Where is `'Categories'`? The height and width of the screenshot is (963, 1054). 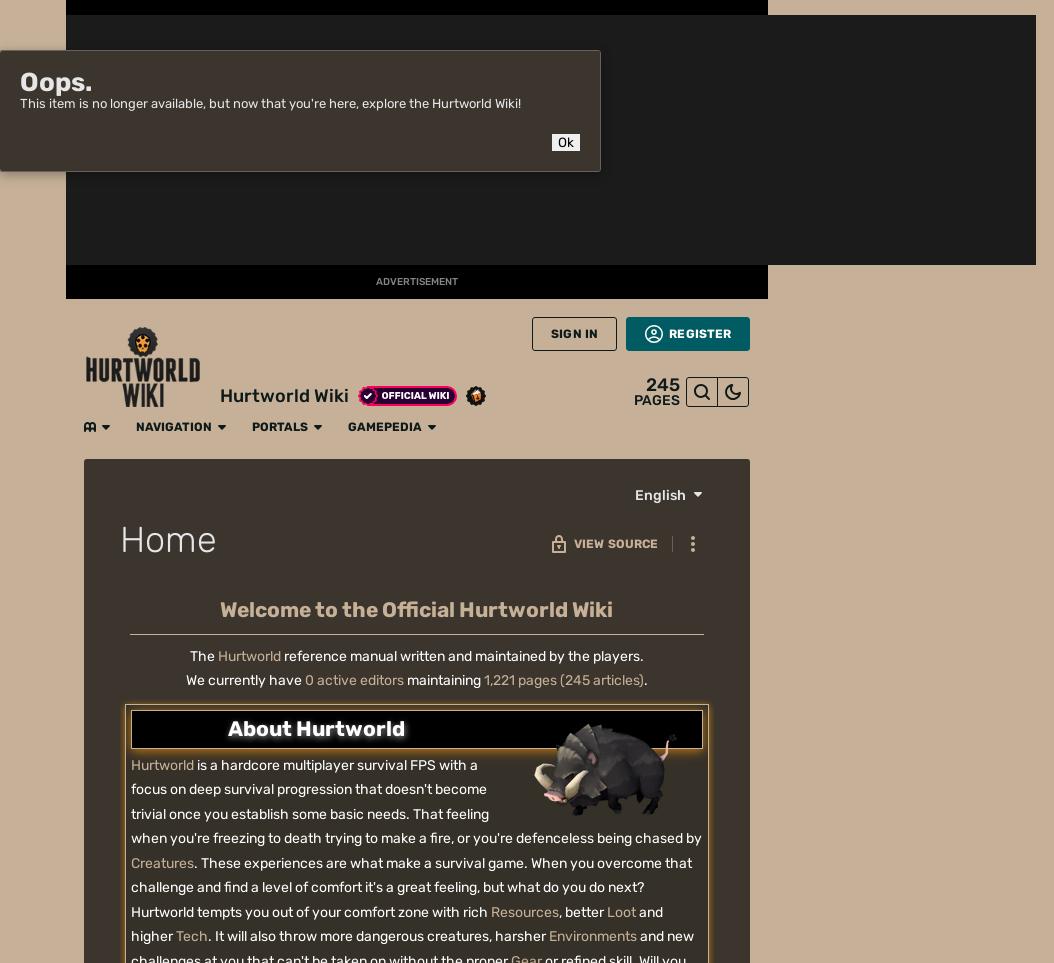 'Categories' is located at coordinates (165, 309).